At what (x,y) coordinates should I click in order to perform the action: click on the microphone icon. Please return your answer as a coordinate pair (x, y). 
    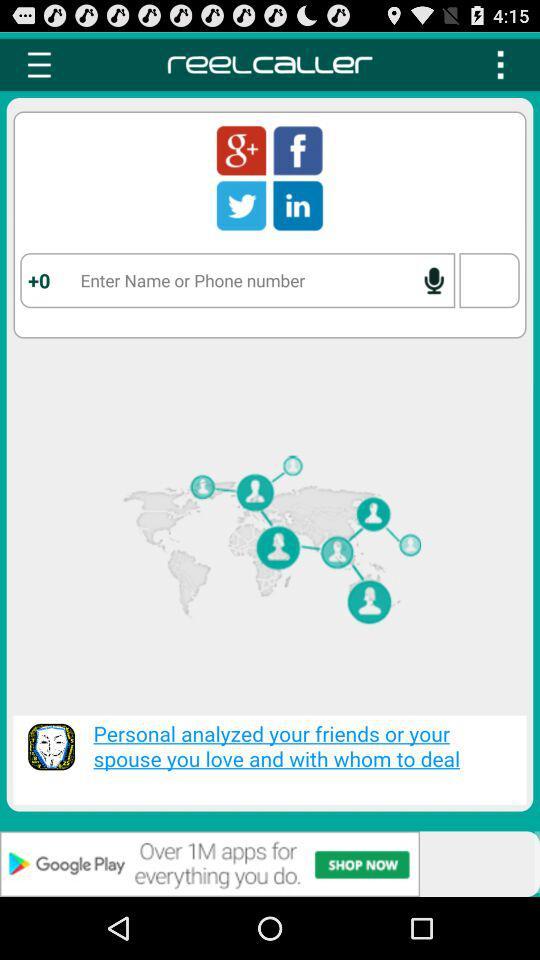
    Looking at the image, I should click on (433, 299).